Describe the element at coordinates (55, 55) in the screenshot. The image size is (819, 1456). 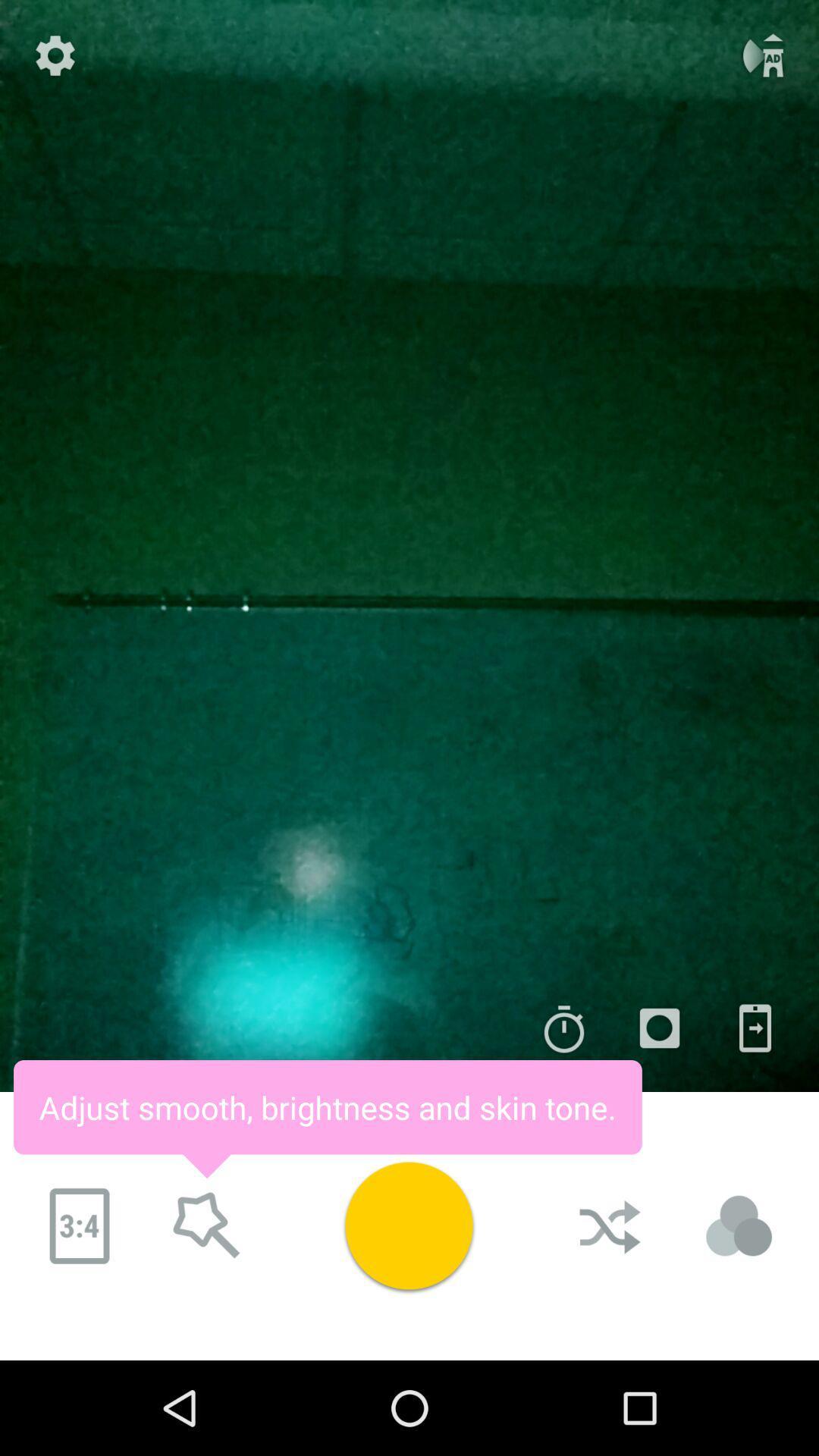
I see `the settings icon` at that location.